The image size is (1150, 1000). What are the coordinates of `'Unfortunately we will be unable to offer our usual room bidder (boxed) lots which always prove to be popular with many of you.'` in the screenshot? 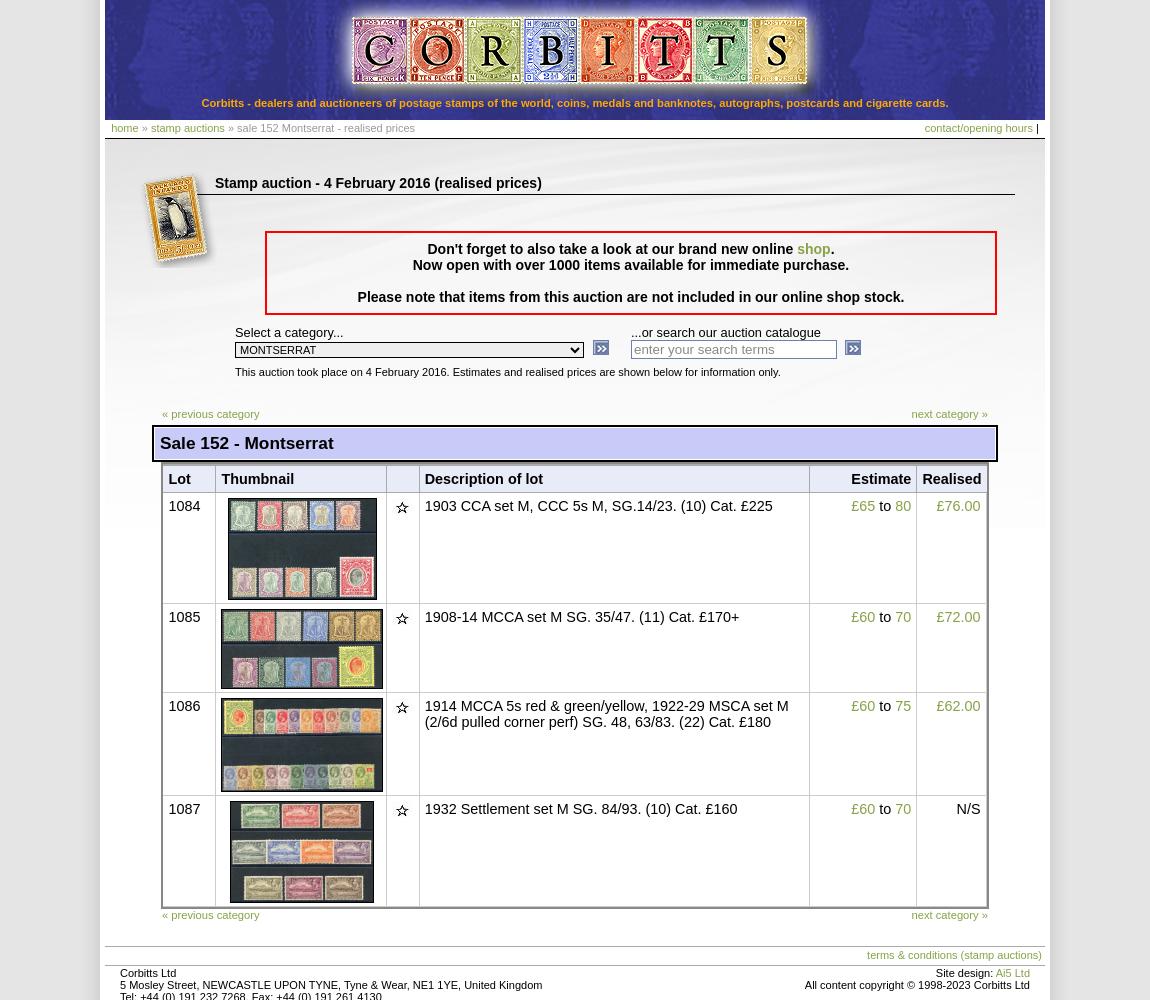 It's located at (243, 577).